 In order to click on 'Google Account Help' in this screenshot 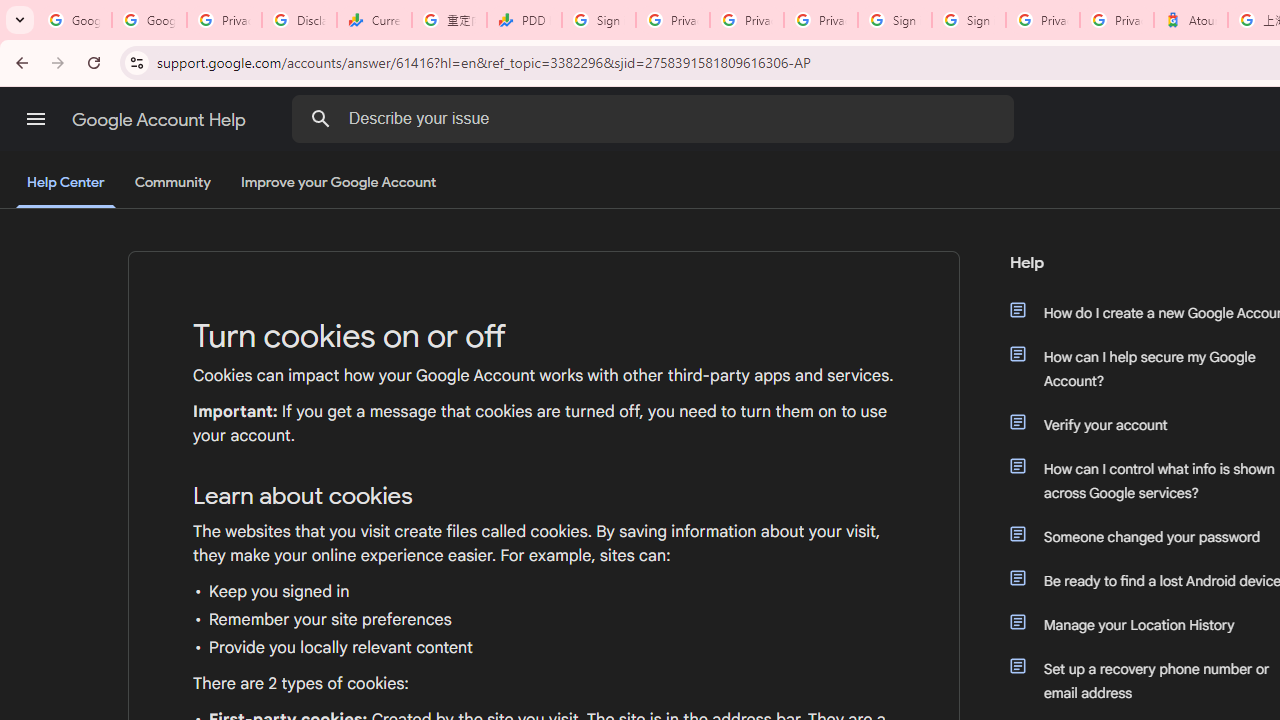, I will do `click(160, 119)`.